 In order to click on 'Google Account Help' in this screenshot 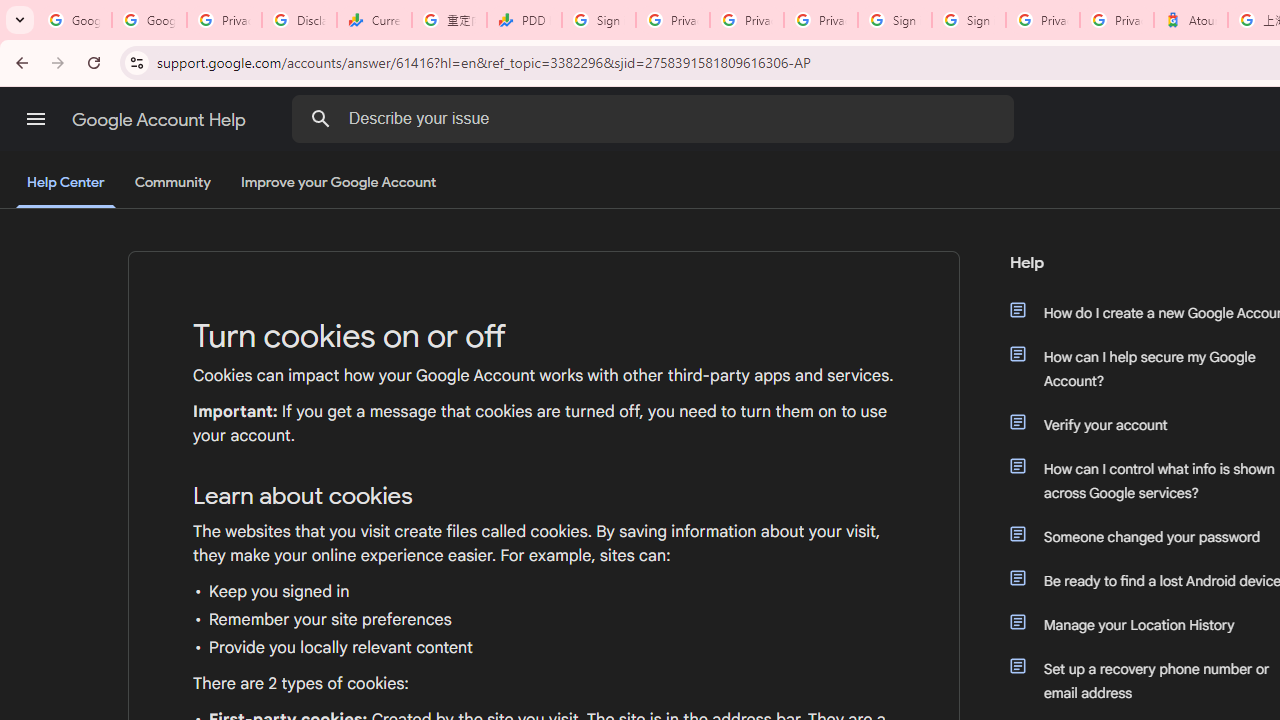, I will do `click(160, 119)`.